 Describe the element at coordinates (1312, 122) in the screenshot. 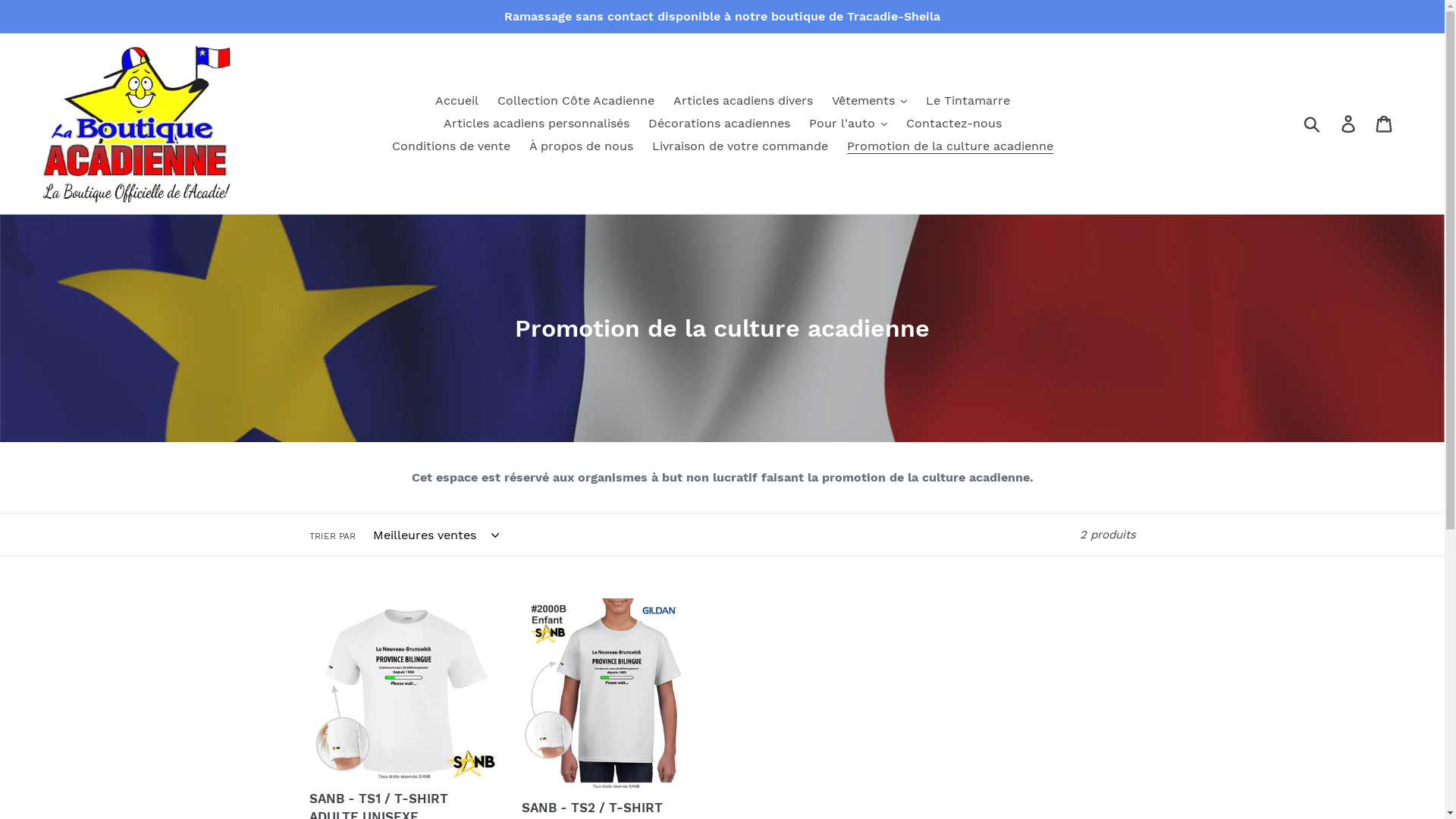

I see `'Soumettre'` at that location.